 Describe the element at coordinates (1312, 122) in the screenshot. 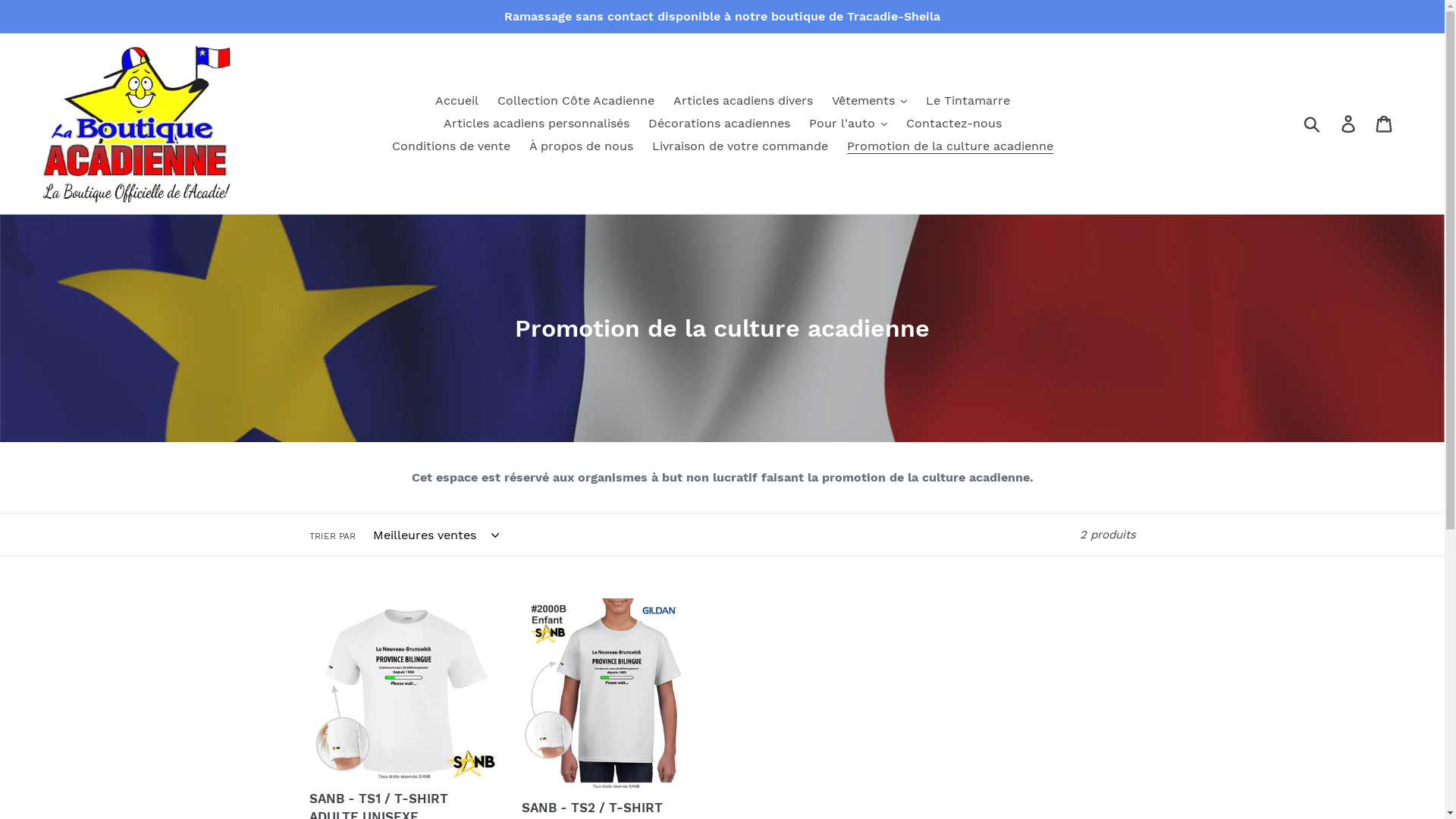

I see `'Soumettre'` at that location.